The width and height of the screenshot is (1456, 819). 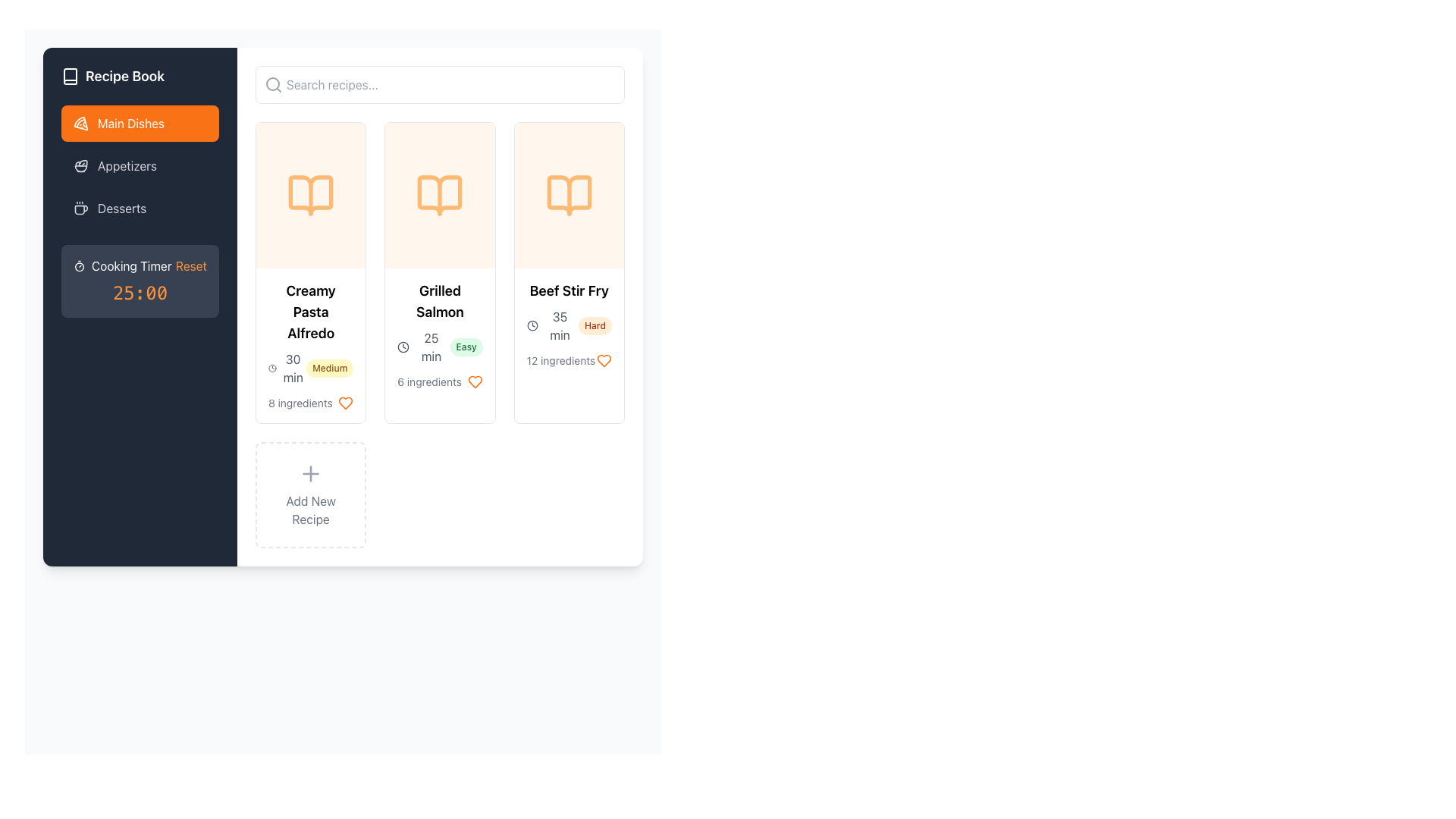 I want to click on the text label displaying '6 ingredients' located at the bottom of the second recipe card, so click(x=428, y=381).